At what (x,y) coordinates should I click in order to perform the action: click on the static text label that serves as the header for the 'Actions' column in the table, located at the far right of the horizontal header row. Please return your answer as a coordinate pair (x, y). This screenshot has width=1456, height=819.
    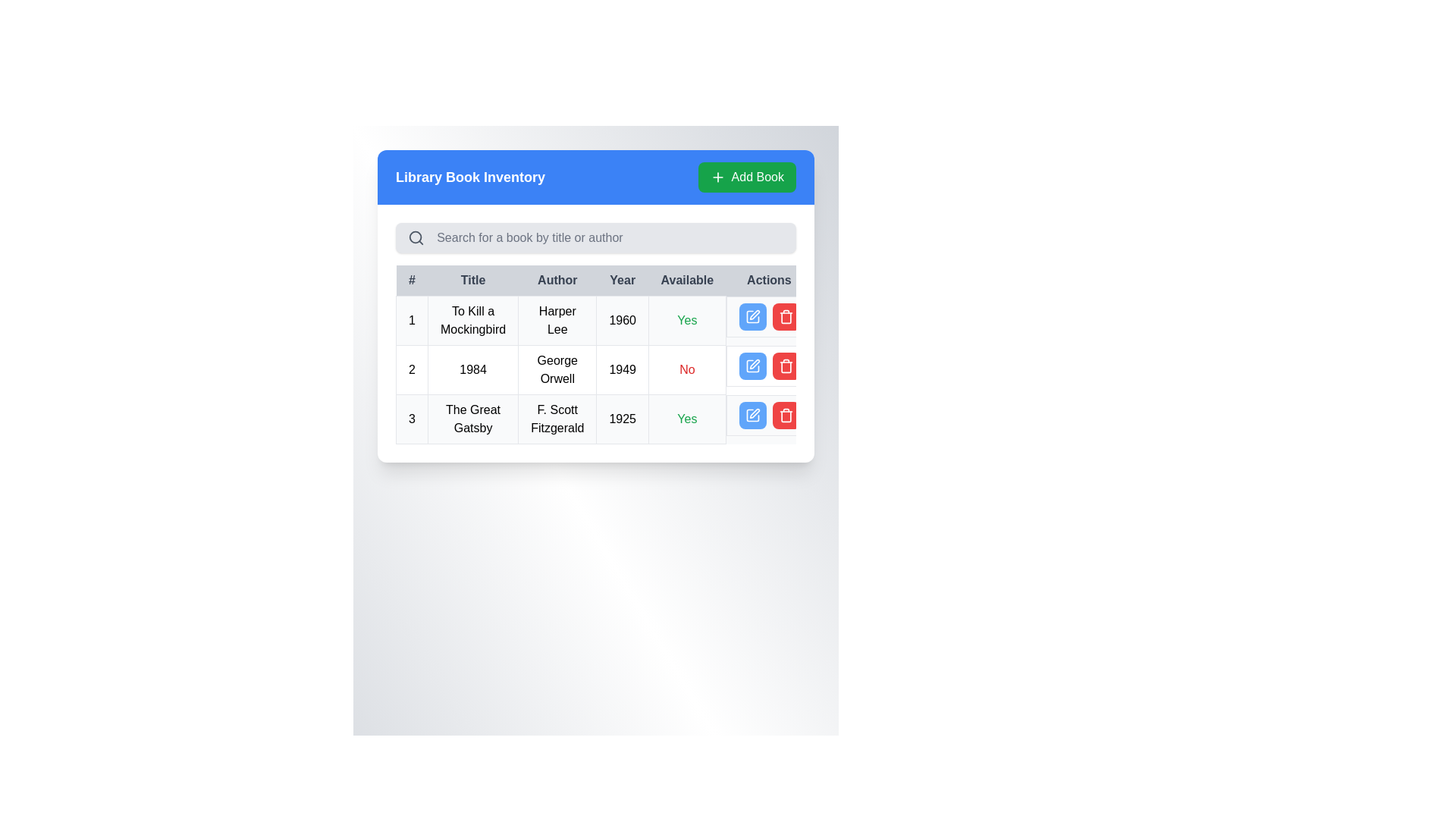
    Looking at the image, I should click on (769, 281).